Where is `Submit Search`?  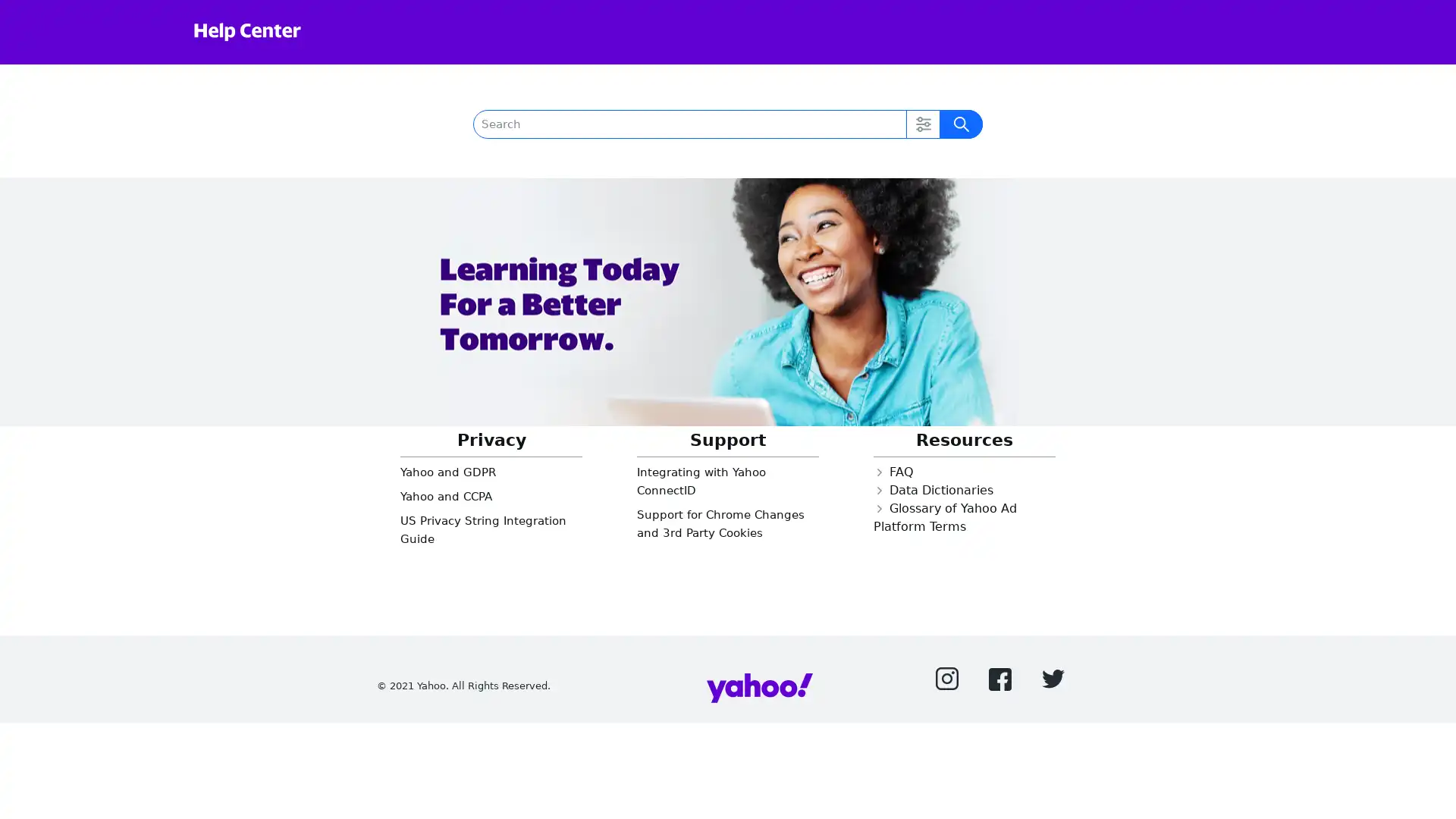 Submit Search is located at coordinates (960, 123).